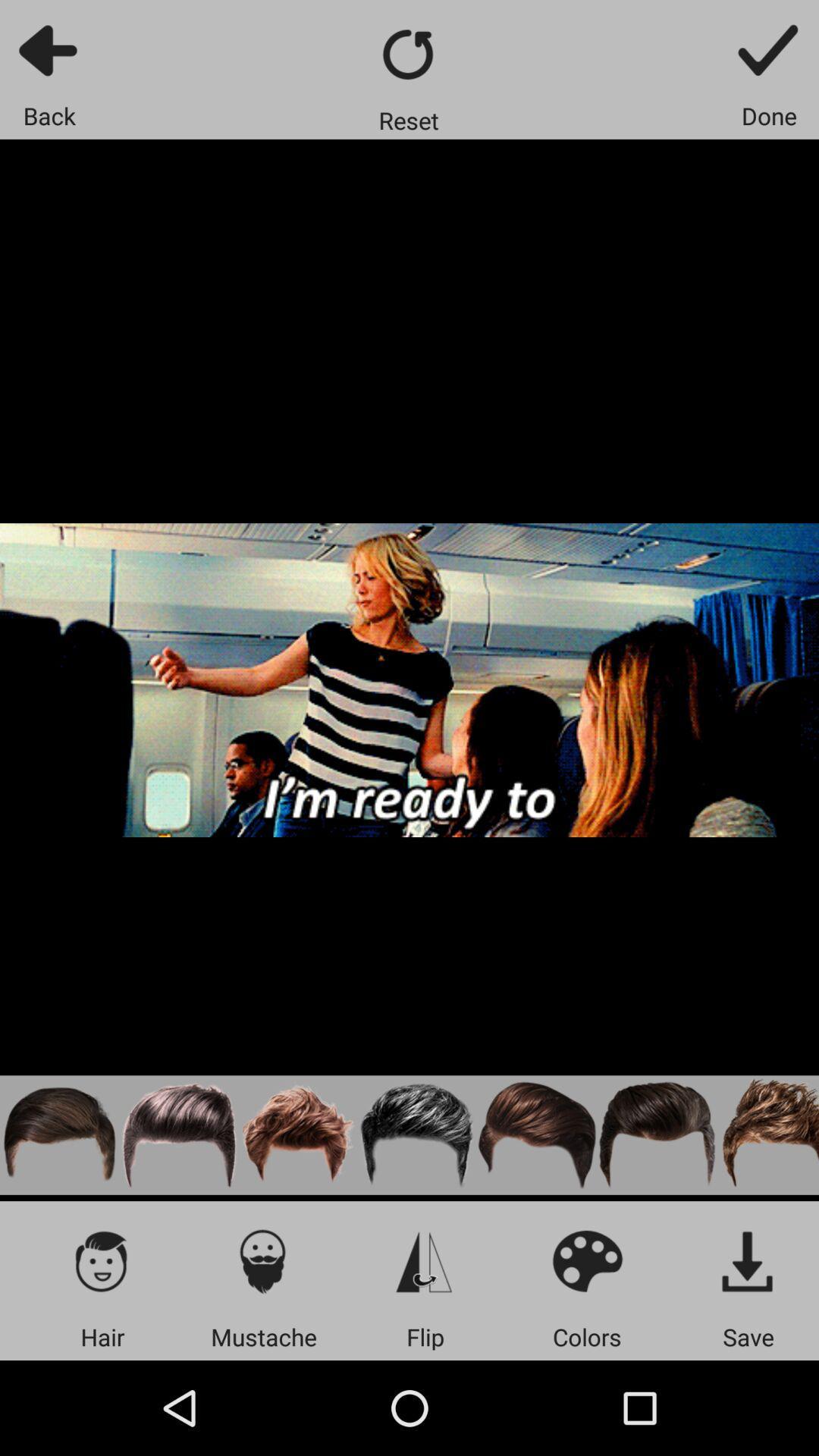 This screenshot has width=819, height=1456. Describe the element at coordinates (49, 49) in the screenshot. I see `previous` at that location.